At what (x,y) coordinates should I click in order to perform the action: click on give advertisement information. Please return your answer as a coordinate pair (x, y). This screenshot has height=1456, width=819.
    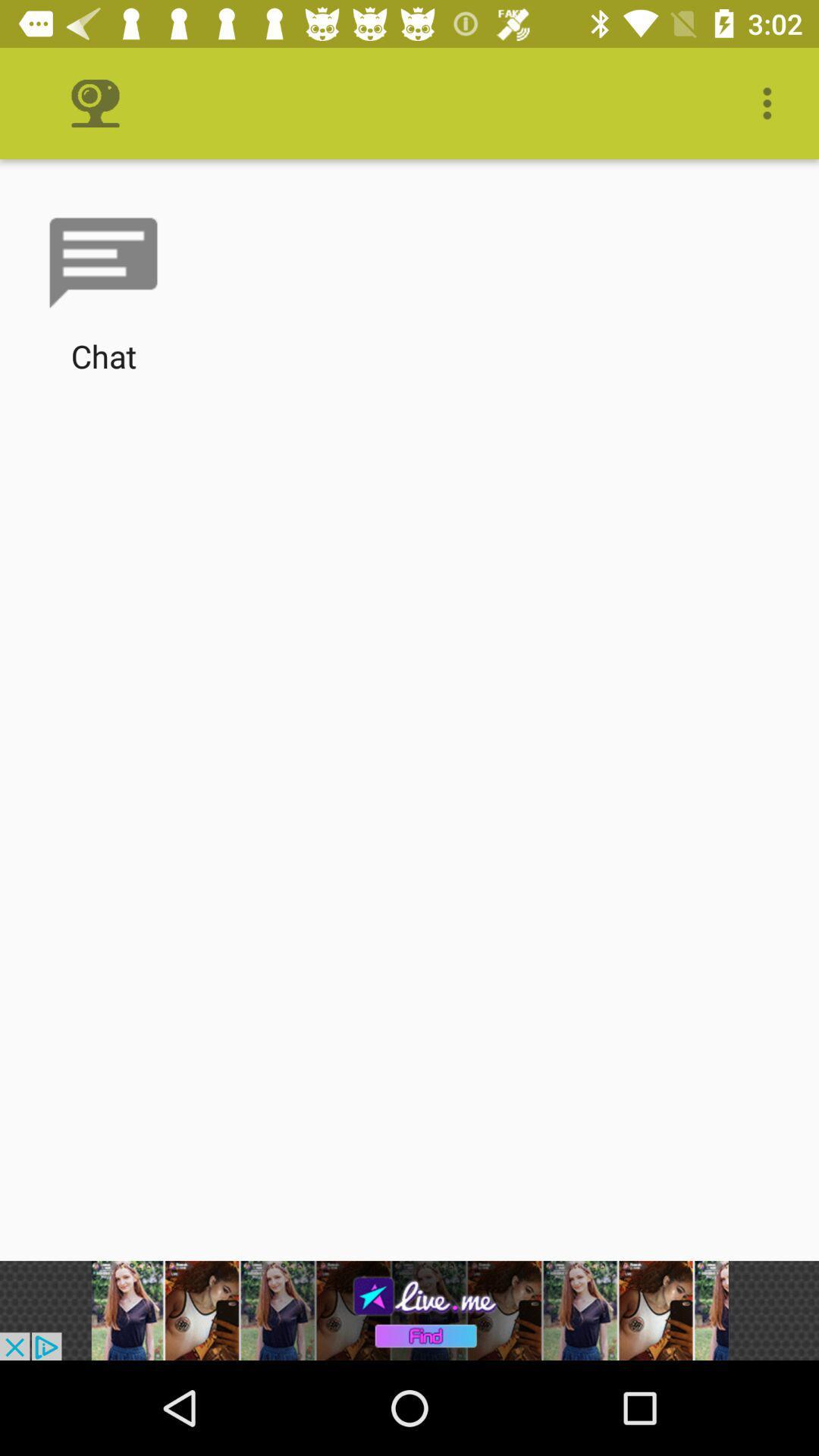
    Looking at the image, I should click on (409, 1310).